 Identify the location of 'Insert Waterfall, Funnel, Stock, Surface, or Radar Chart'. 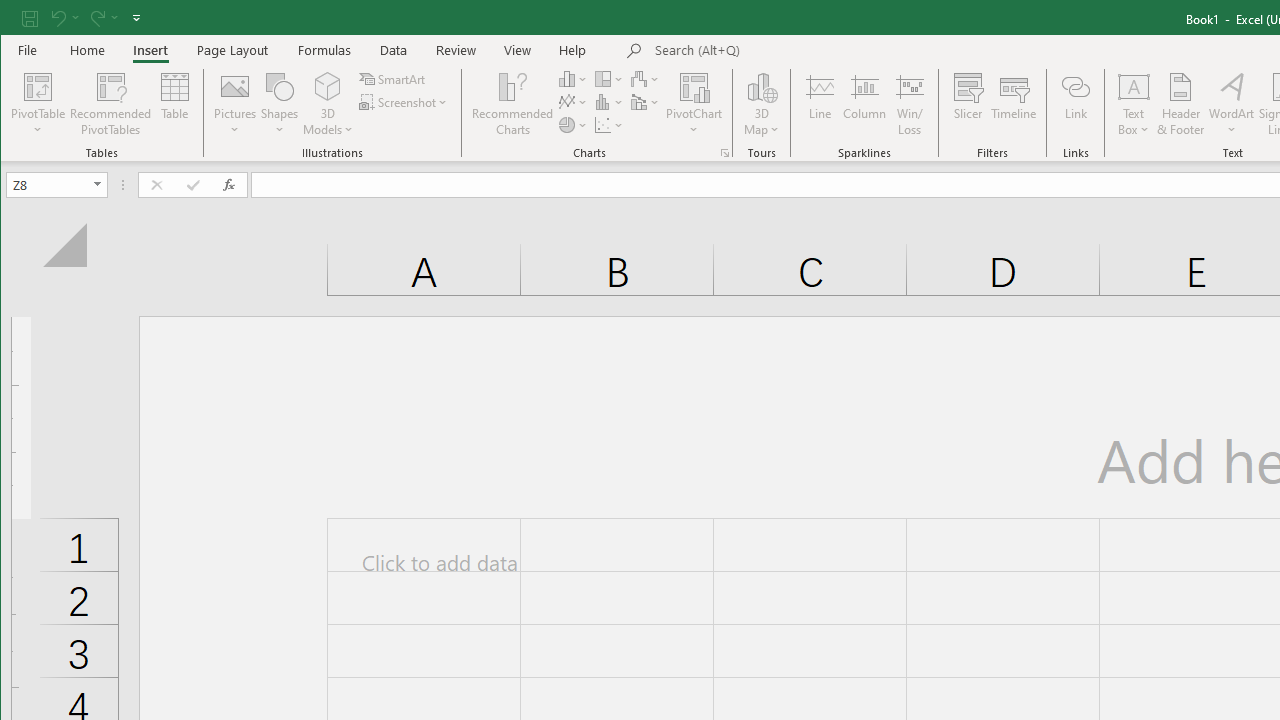
(646, 78).